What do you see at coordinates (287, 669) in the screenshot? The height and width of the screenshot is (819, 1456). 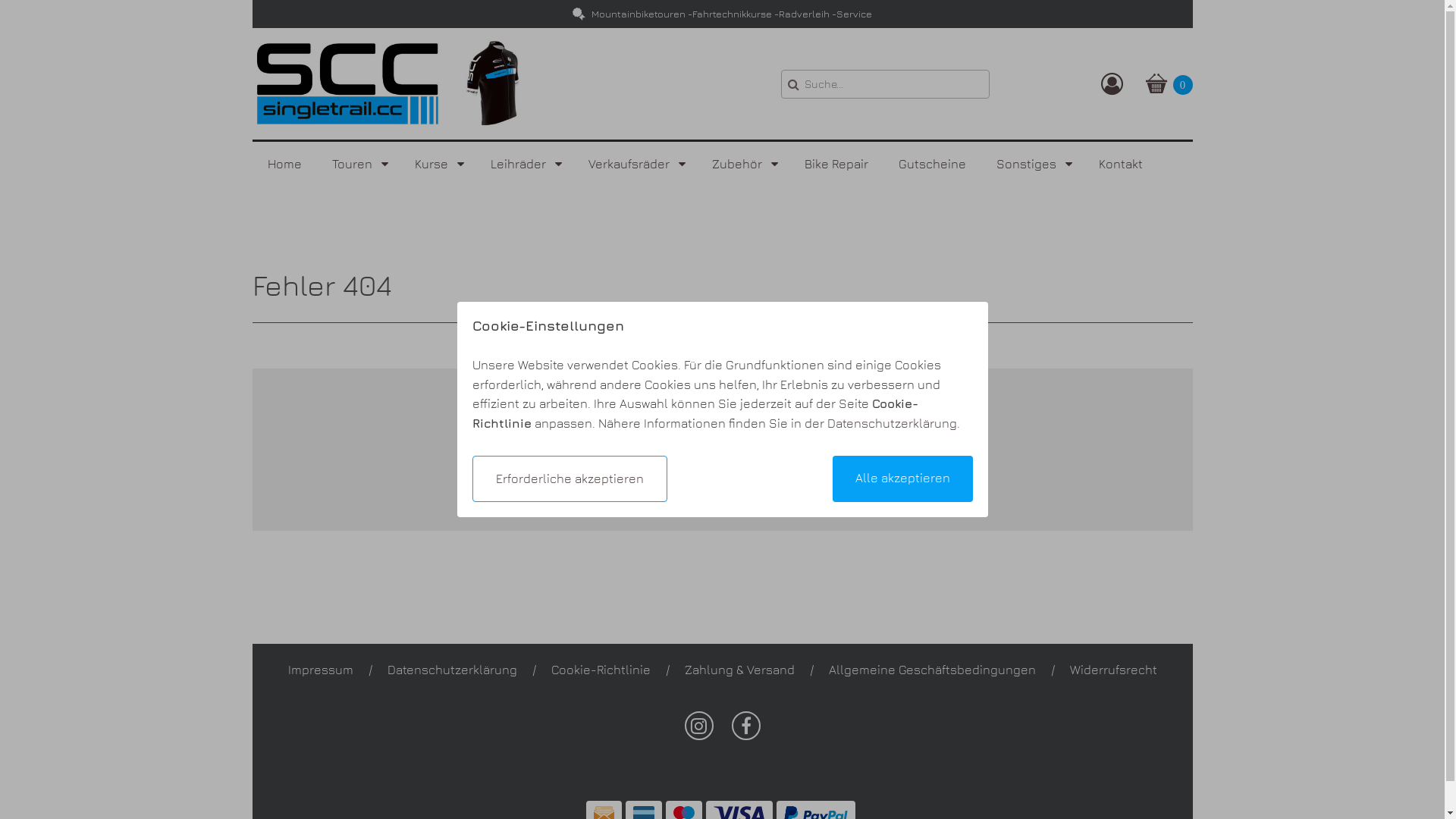 I see `'Impressum'` at bounding box center [287, 669].